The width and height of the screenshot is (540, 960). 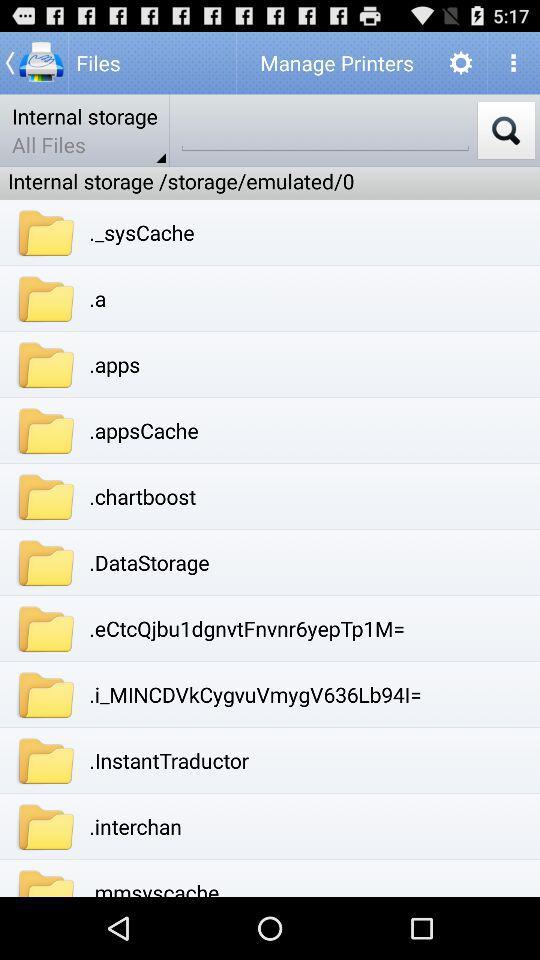 What do you see at coordinates (143, 430) in the screenshot?
I see `the item above .chartboost icon` at bounding box center [143, 430].